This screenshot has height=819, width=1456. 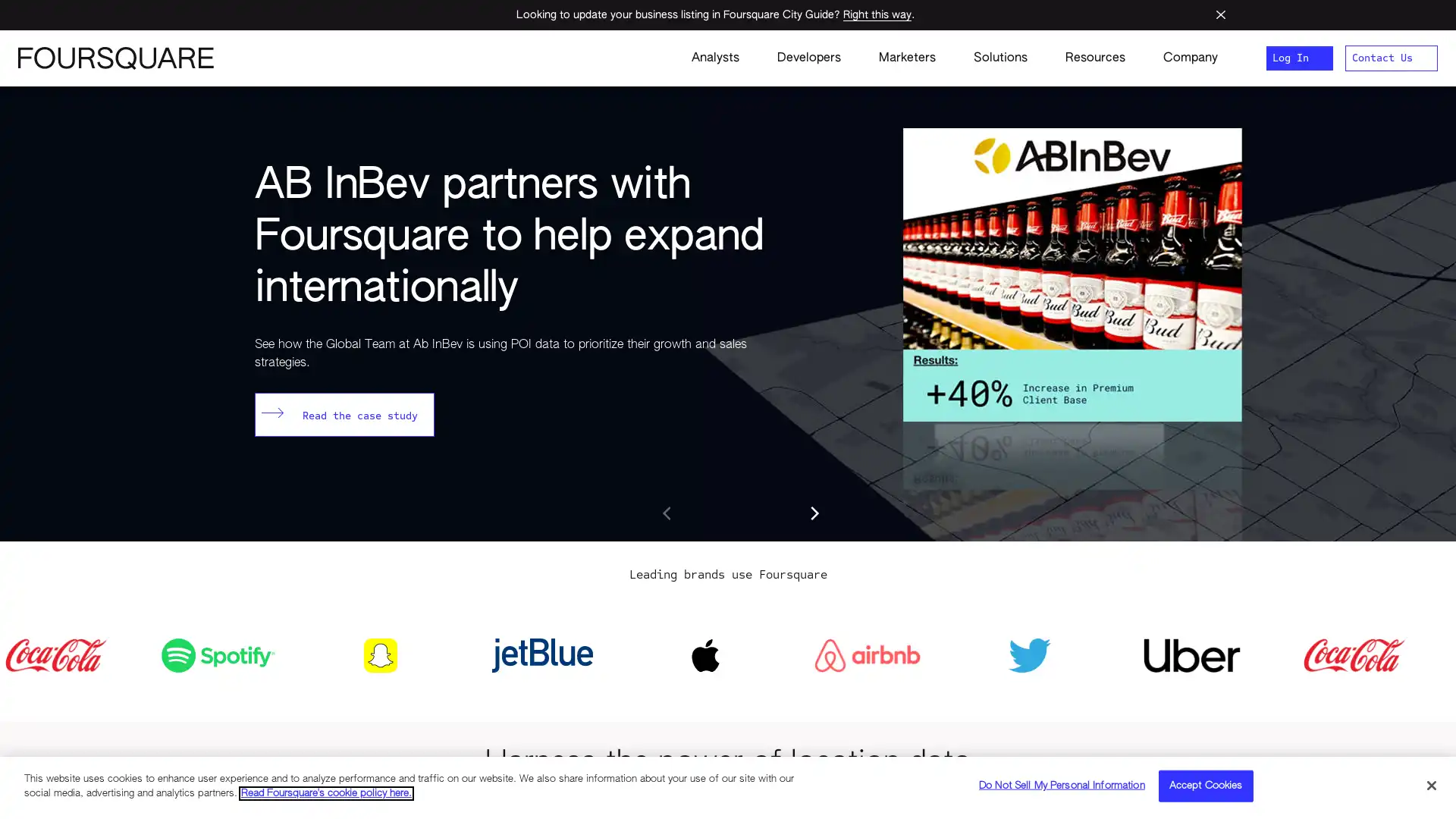 I want to click on Close, so click(x=1430, y=784).